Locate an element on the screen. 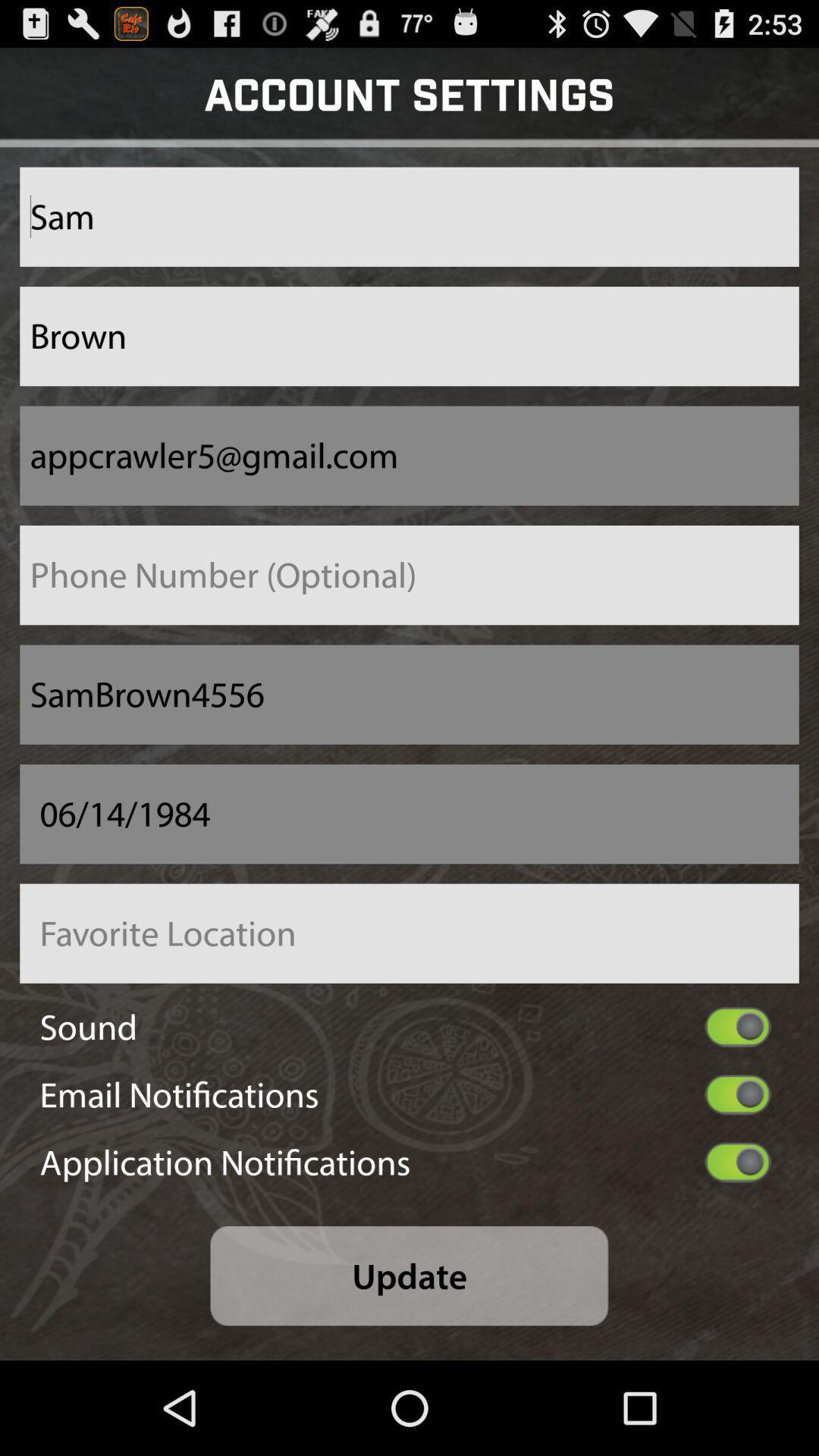 The width and height of the screenshot is (819, 1456). sound is located at coordinates (737, 1027).